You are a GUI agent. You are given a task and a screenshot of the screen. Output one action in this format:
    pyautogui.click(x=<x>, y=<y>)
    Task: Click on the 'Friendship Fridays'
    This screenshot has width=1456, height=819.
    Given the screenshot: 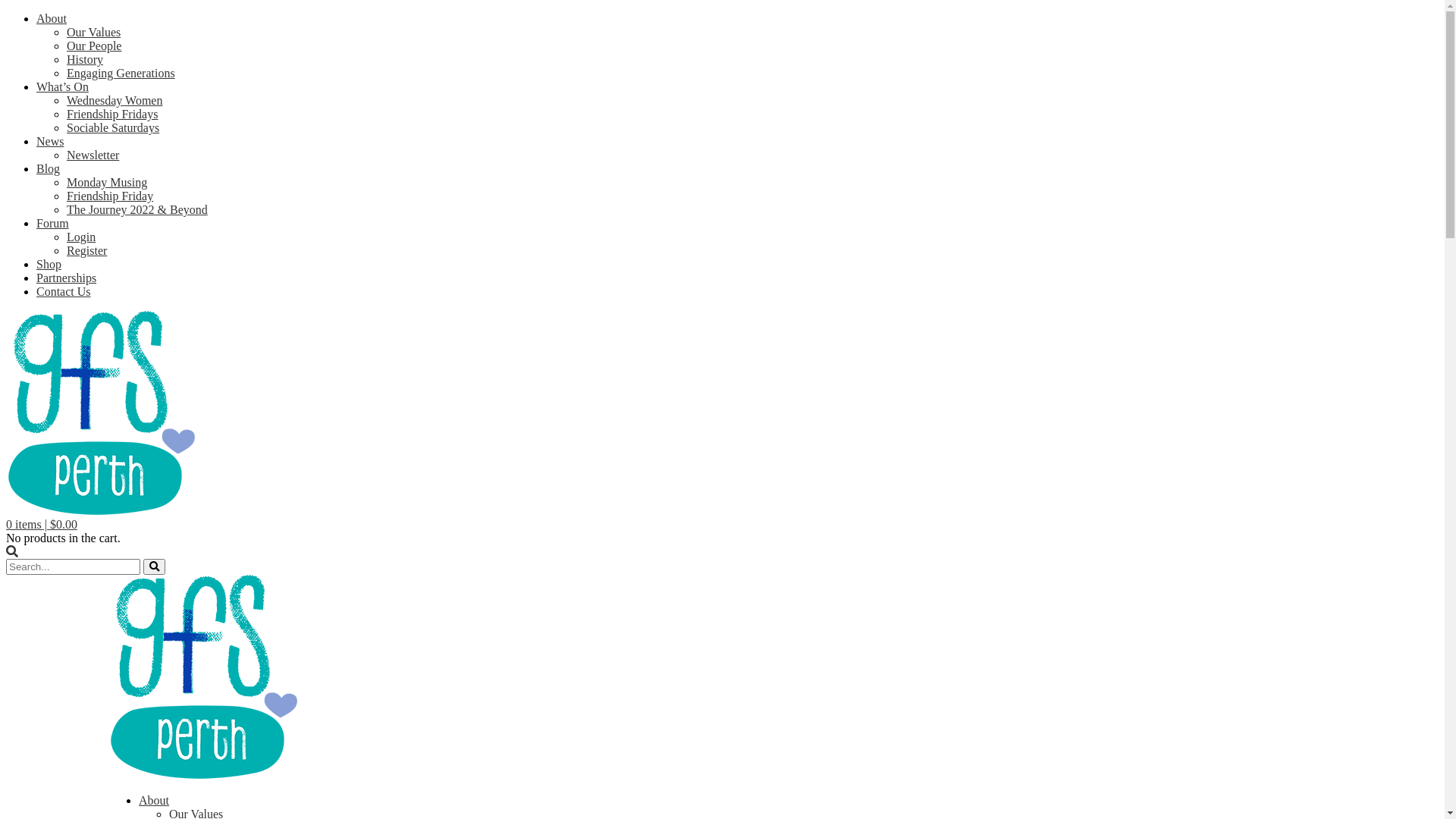 What is the action you would take?
    pyautogui.click(x=111, y=113)
    